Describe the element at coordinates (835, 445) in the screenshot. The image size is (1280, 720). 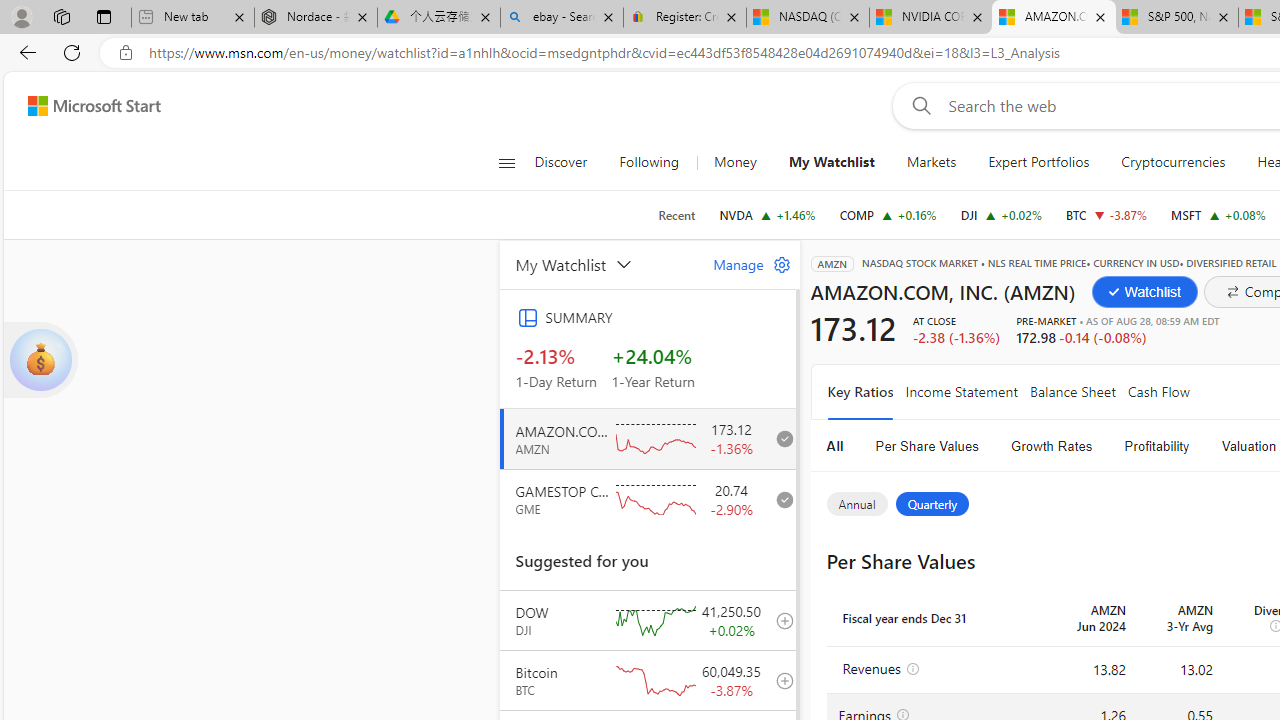
I see `'All'` at that location.